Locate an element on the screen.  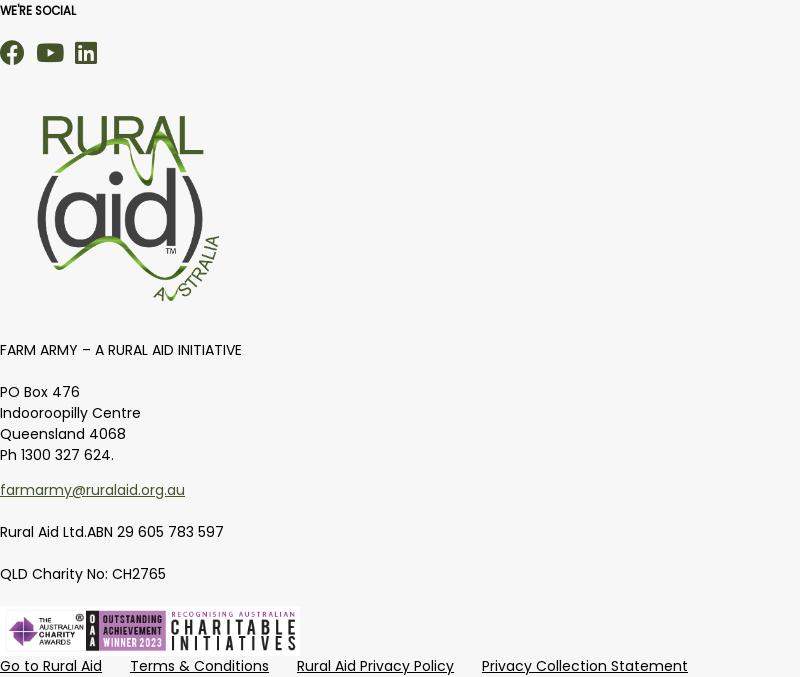
'PO Box 476' is located at coordinates (0, 391).